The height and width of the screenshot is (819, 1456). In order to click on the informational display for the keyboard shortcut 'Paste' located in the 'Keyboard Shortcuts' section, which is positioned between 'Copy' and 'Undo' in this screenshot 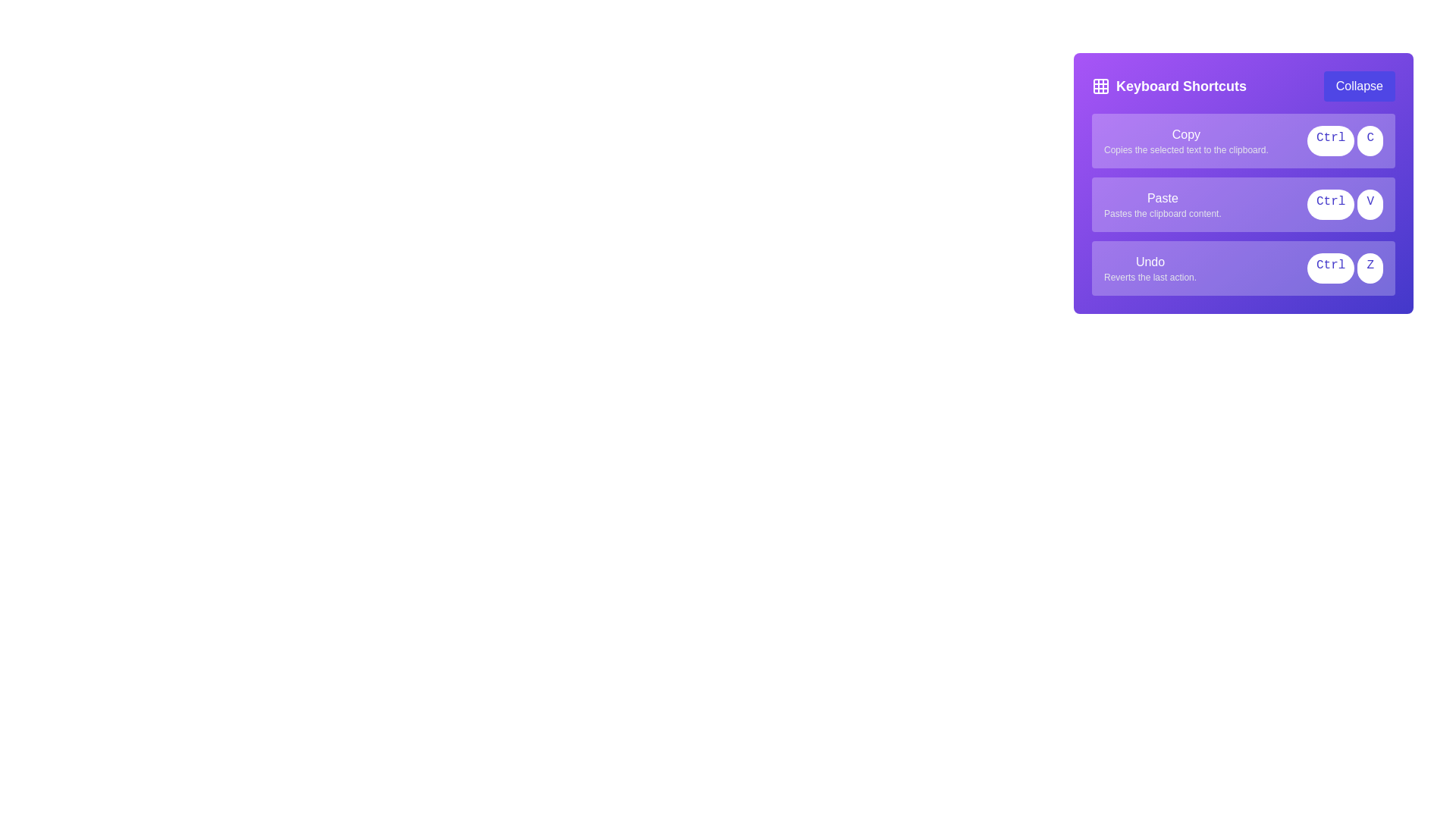, I will do `click(1244, 205)`.